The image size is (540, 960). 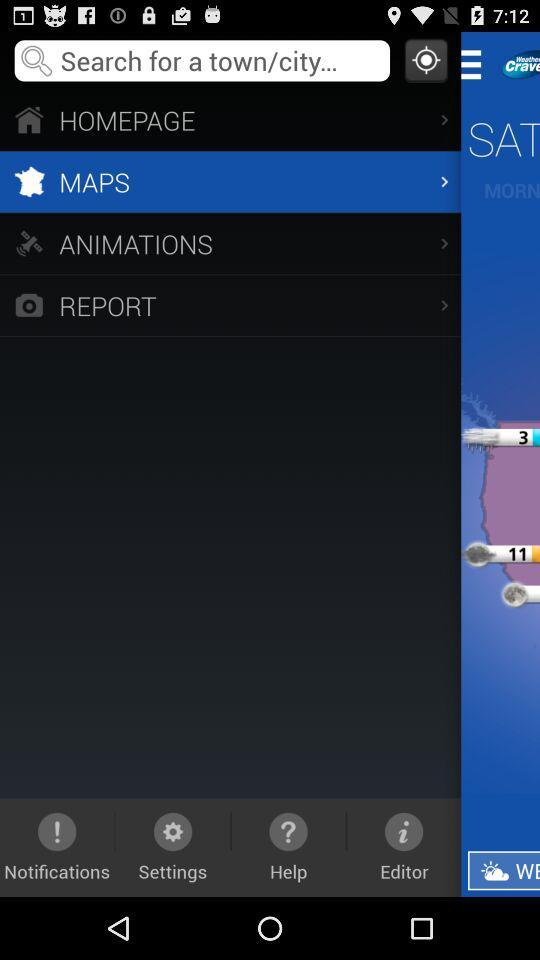 I want to click on the menu icon, so click(x=476, y=68).